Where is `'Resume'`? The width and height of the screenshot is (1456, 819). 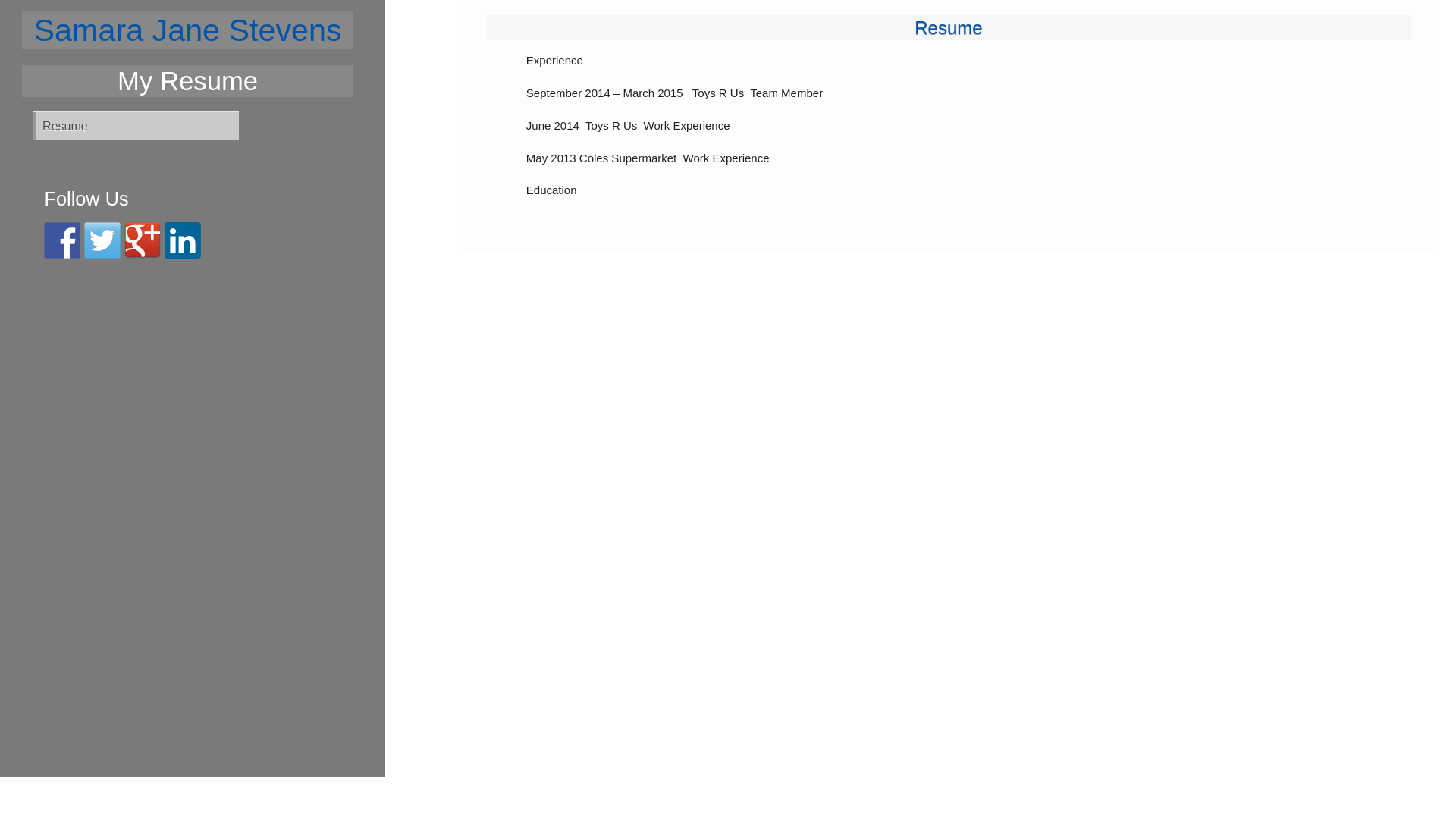
'Resume' is located at coordinates (136, 125).